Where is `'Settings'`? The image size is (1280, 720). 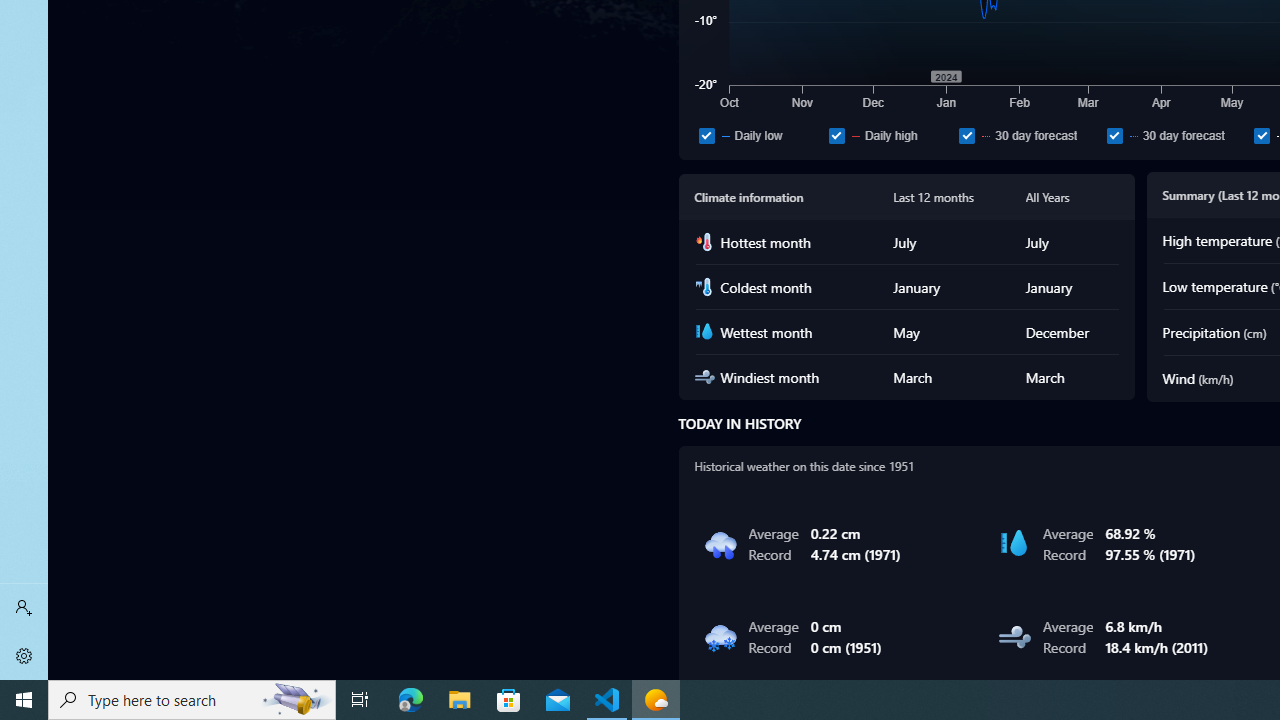 'Settings' is located at coordinates (24, 655).